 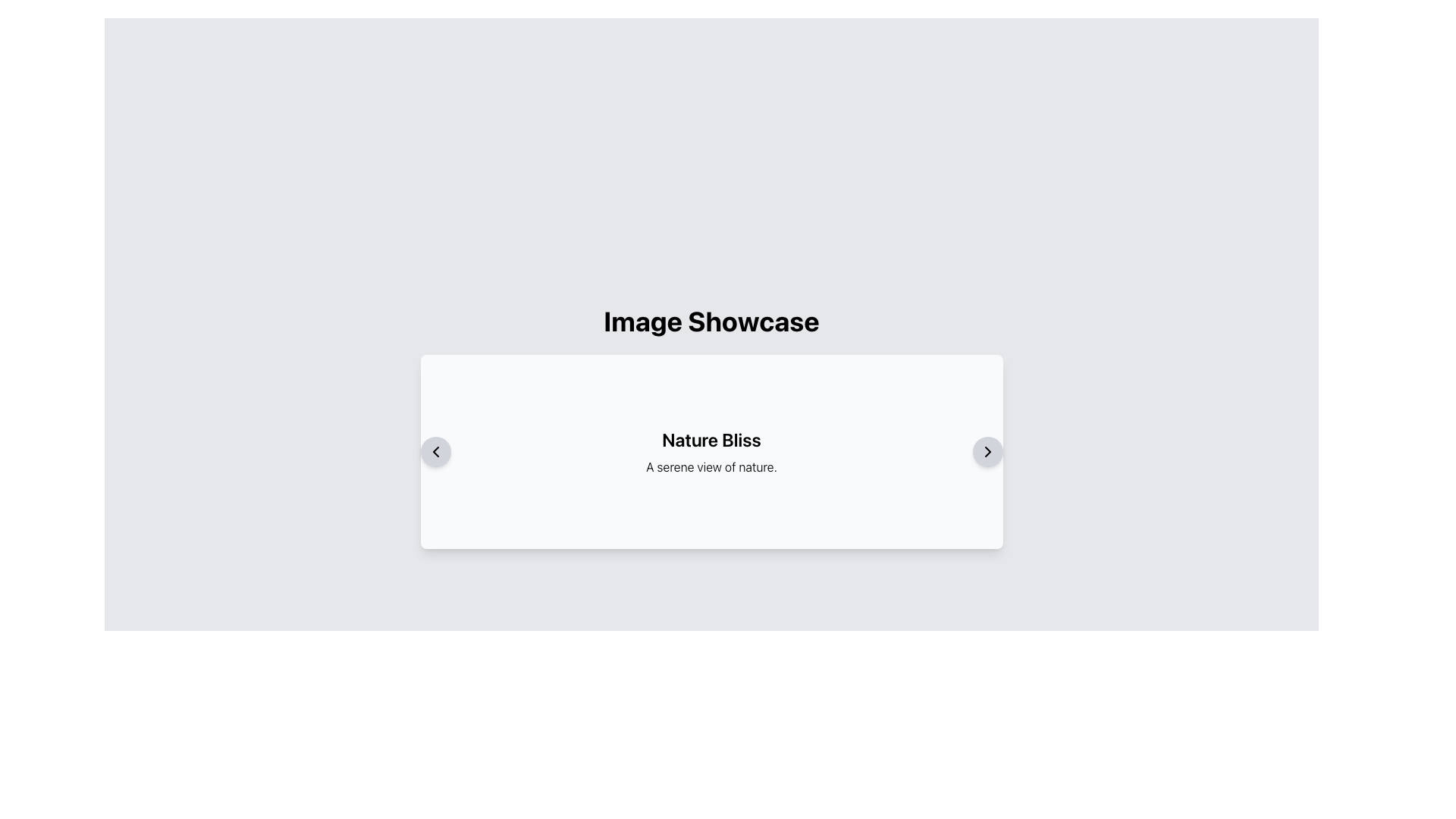 I want to click on the right-facing chevron icon inside the circular button, so click(x=987, y=451).